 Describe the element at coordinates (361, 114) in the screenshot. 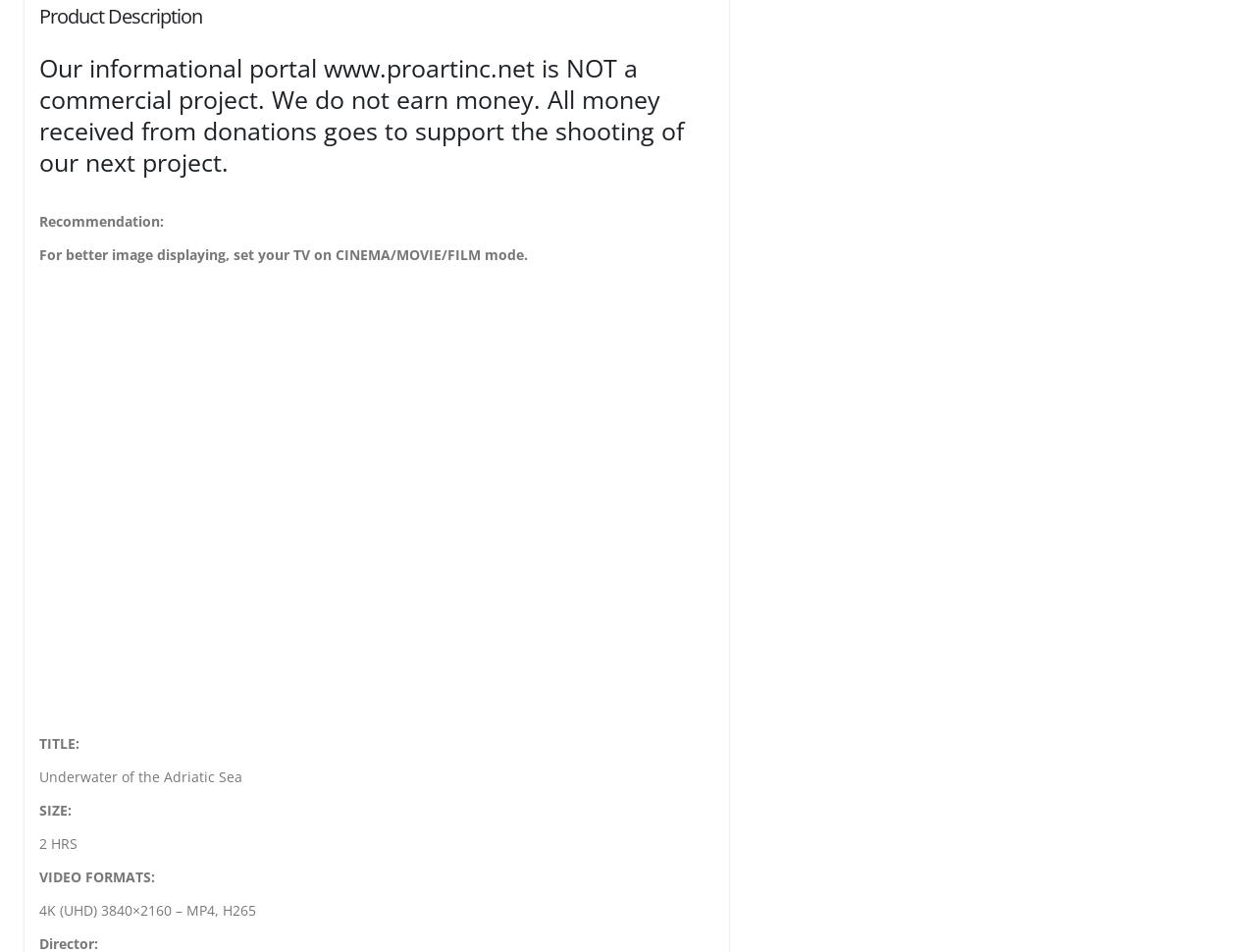

I see `'Our informational portal www.proartinc.net is NOT a commercial project. We do not earn money. All money received from donations goes to support the shooting of our next project.'` at that location.